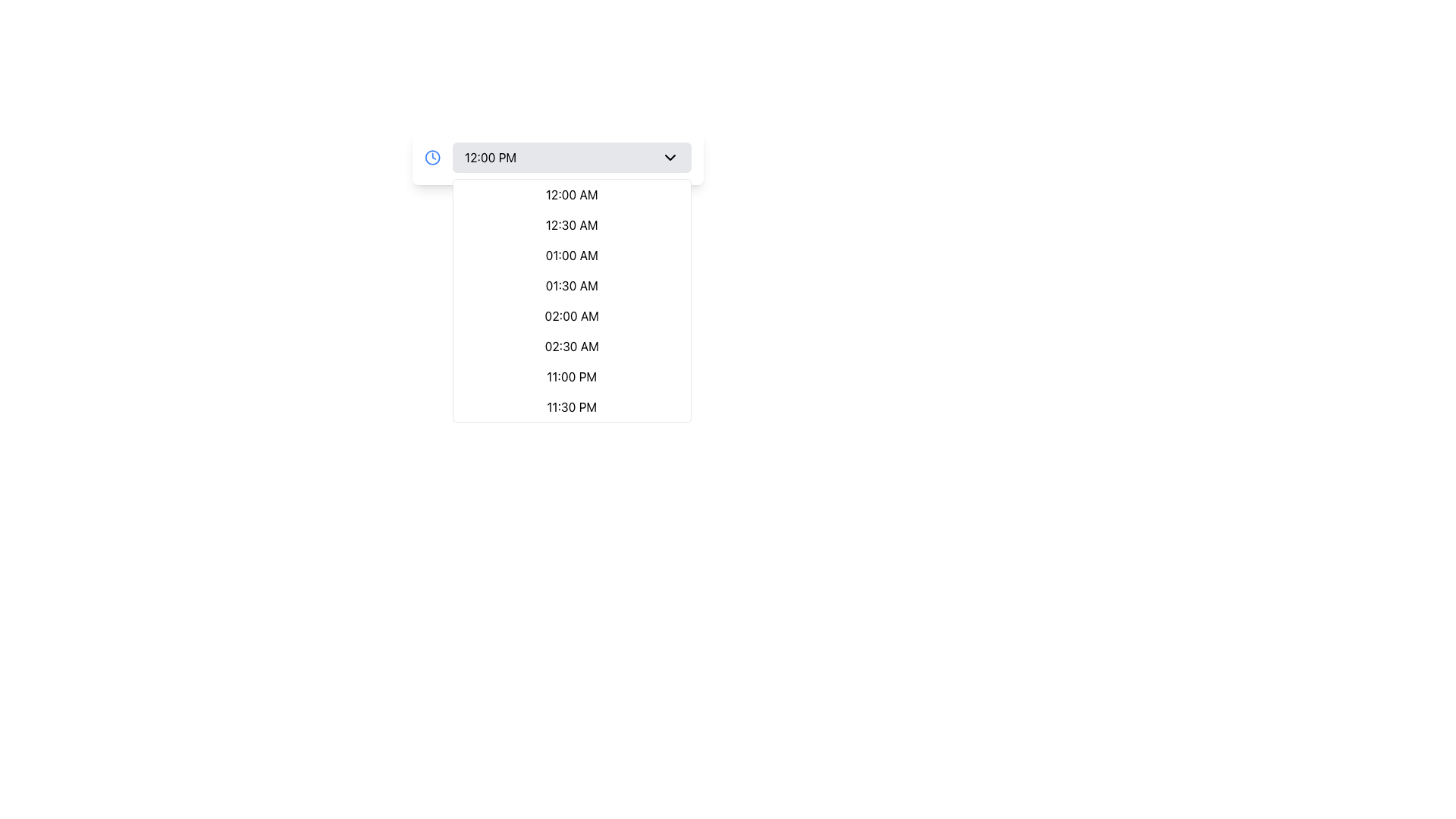 This screenshot has height=819, width=1456. I want to click on the text item displaying '02:00 AM' in the dropdown list, so click(571, 315).